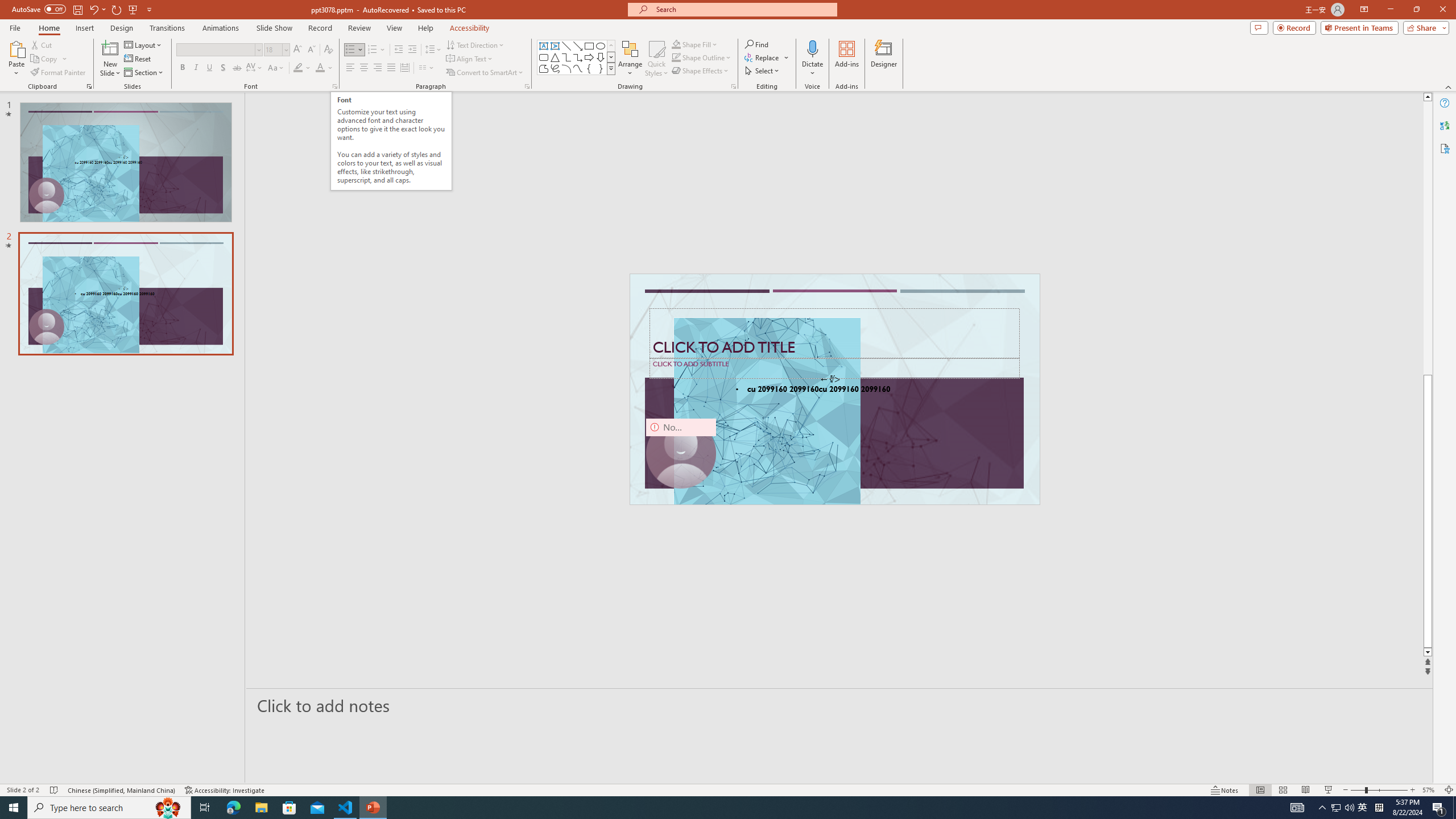 This screenshot has width=1456, height=819. Describe the element at coordinates (577, 45) in the screenshot. I see `'Line Arrow'` at that location.